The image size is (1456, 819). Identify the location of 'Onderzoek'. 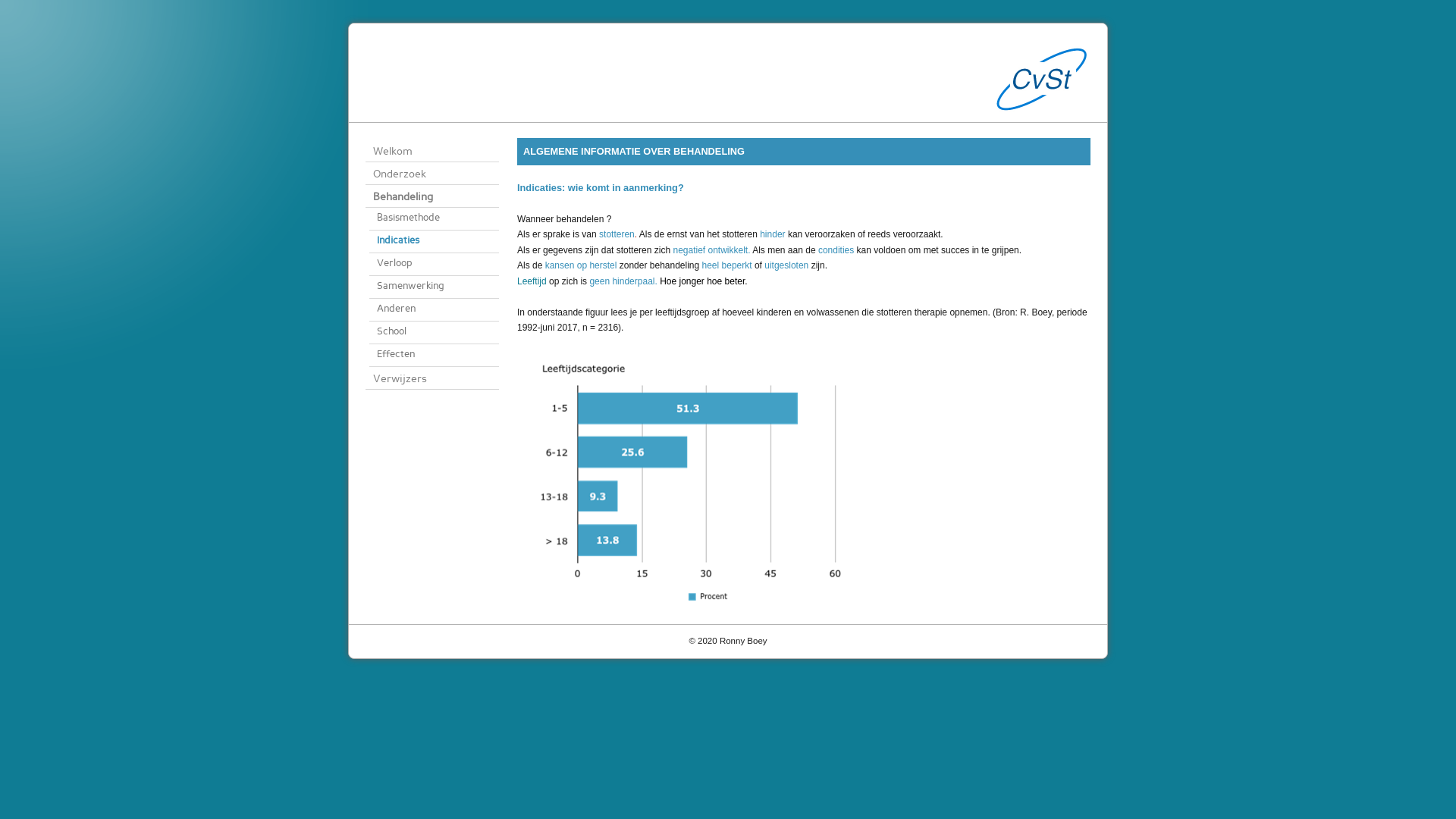
(365, 172).